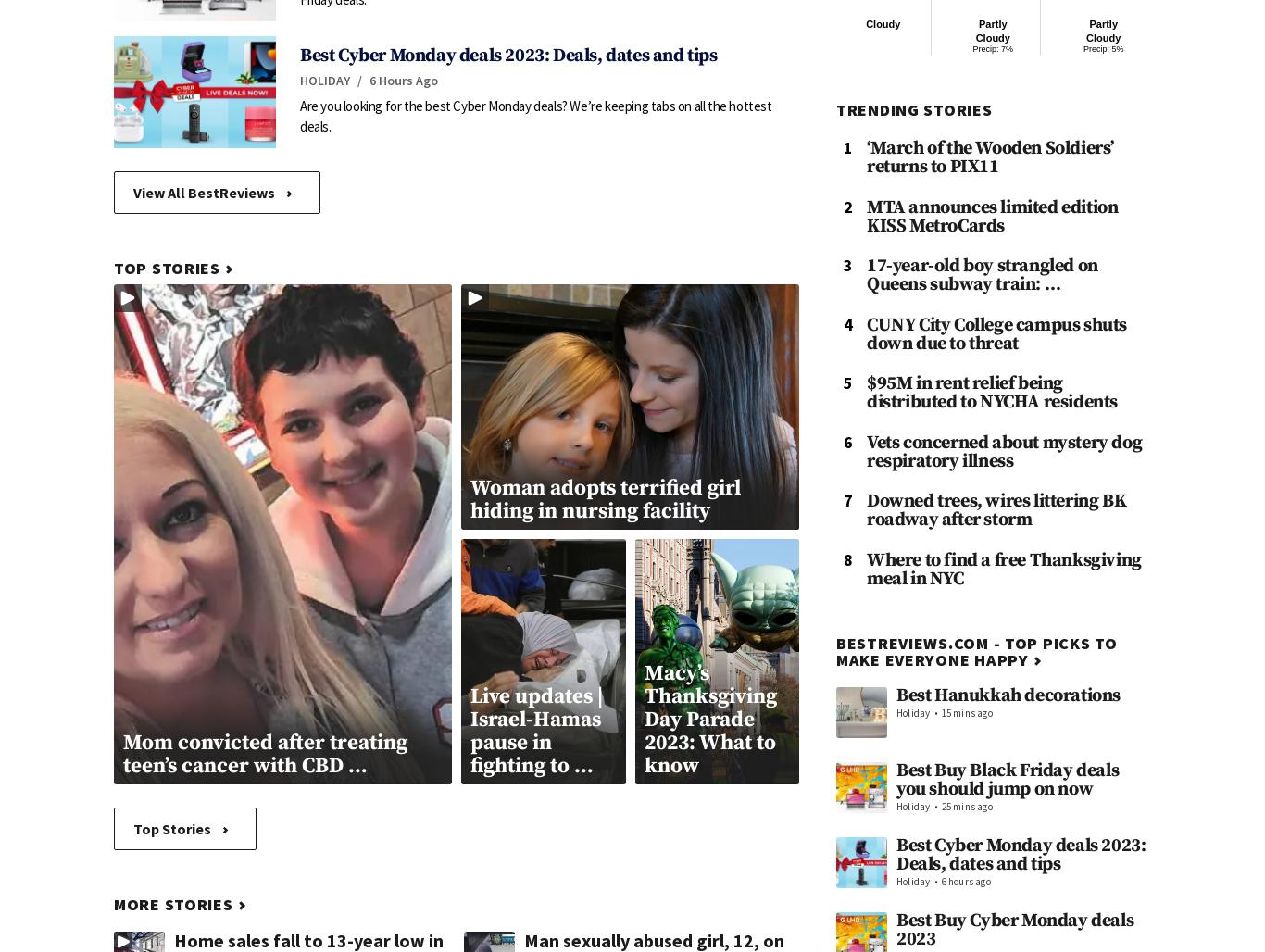  Describe the element at coordinates (709, 720) in the screenshot. I see `'Macy’s Thanksgiving Day Parade 2023: What to know'` at that location.